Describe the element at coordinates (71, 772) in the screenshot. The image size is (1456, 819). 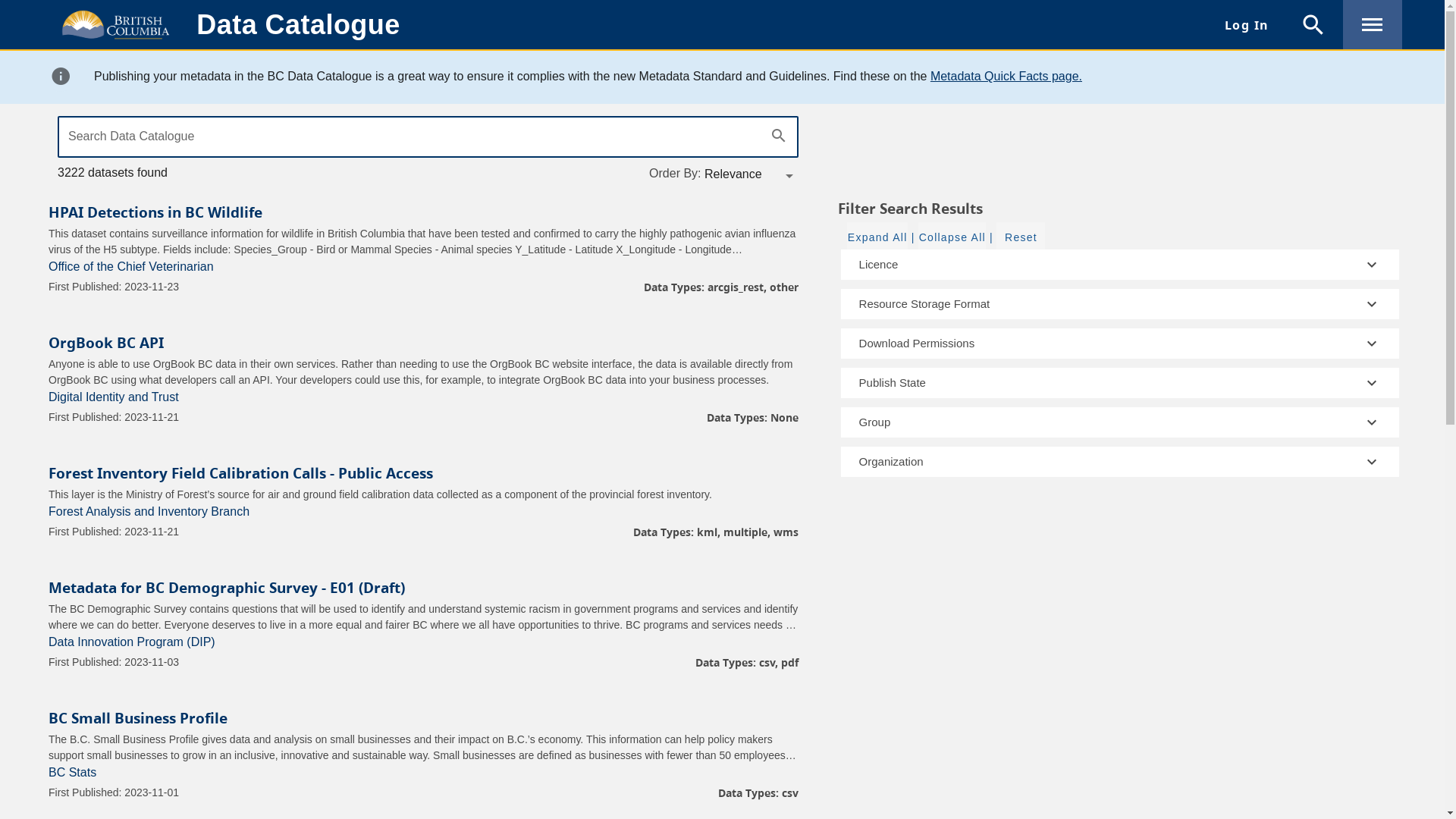
I see `'BC Stats'` at that location.